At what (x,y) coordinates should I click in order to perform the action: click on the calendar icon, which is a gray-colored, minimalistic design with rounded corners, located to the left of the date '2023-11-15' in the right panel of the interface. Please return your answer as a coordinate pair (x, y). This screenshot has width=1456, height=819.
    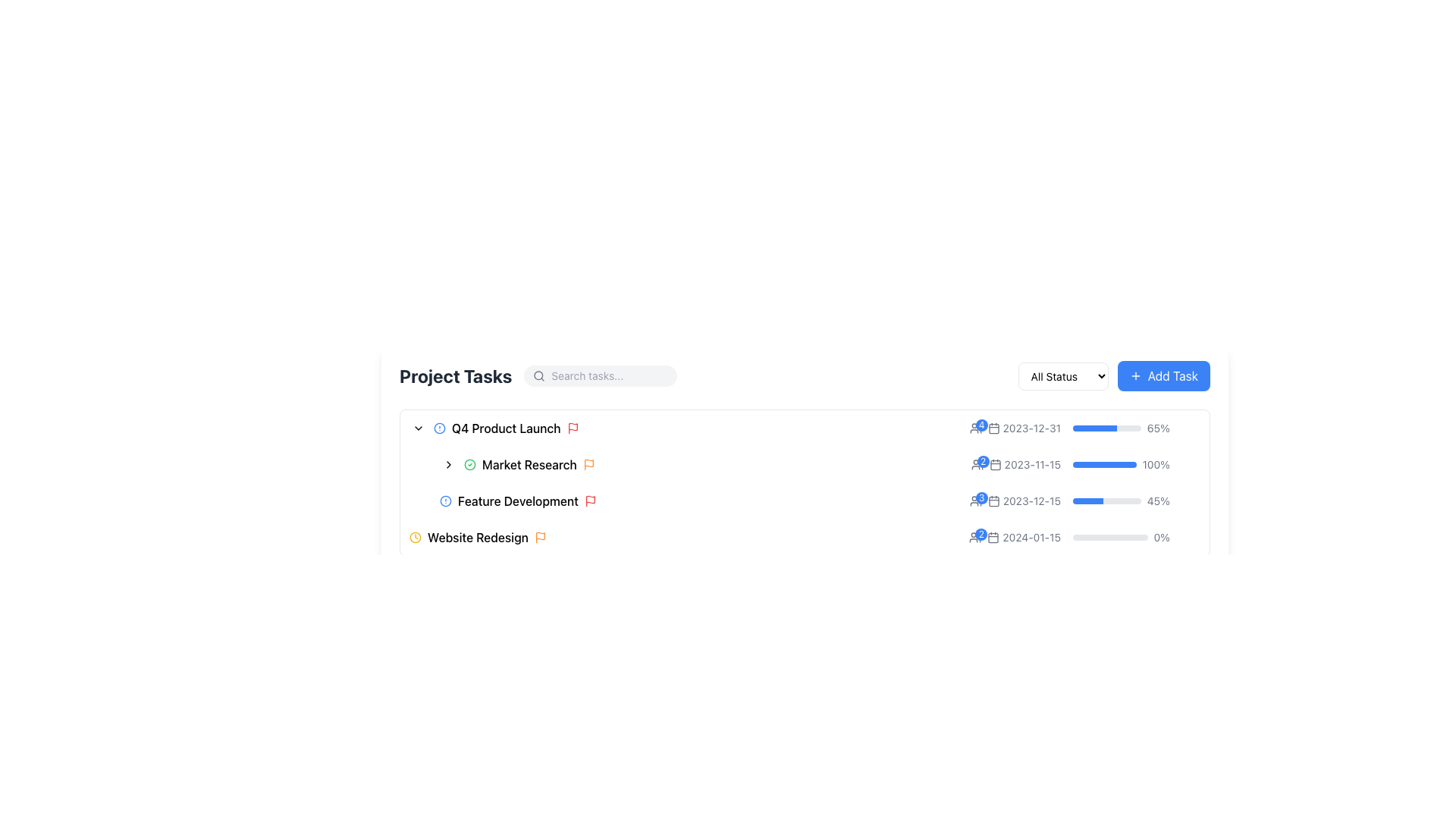
    Looking at the image, I should click on (995, 464).